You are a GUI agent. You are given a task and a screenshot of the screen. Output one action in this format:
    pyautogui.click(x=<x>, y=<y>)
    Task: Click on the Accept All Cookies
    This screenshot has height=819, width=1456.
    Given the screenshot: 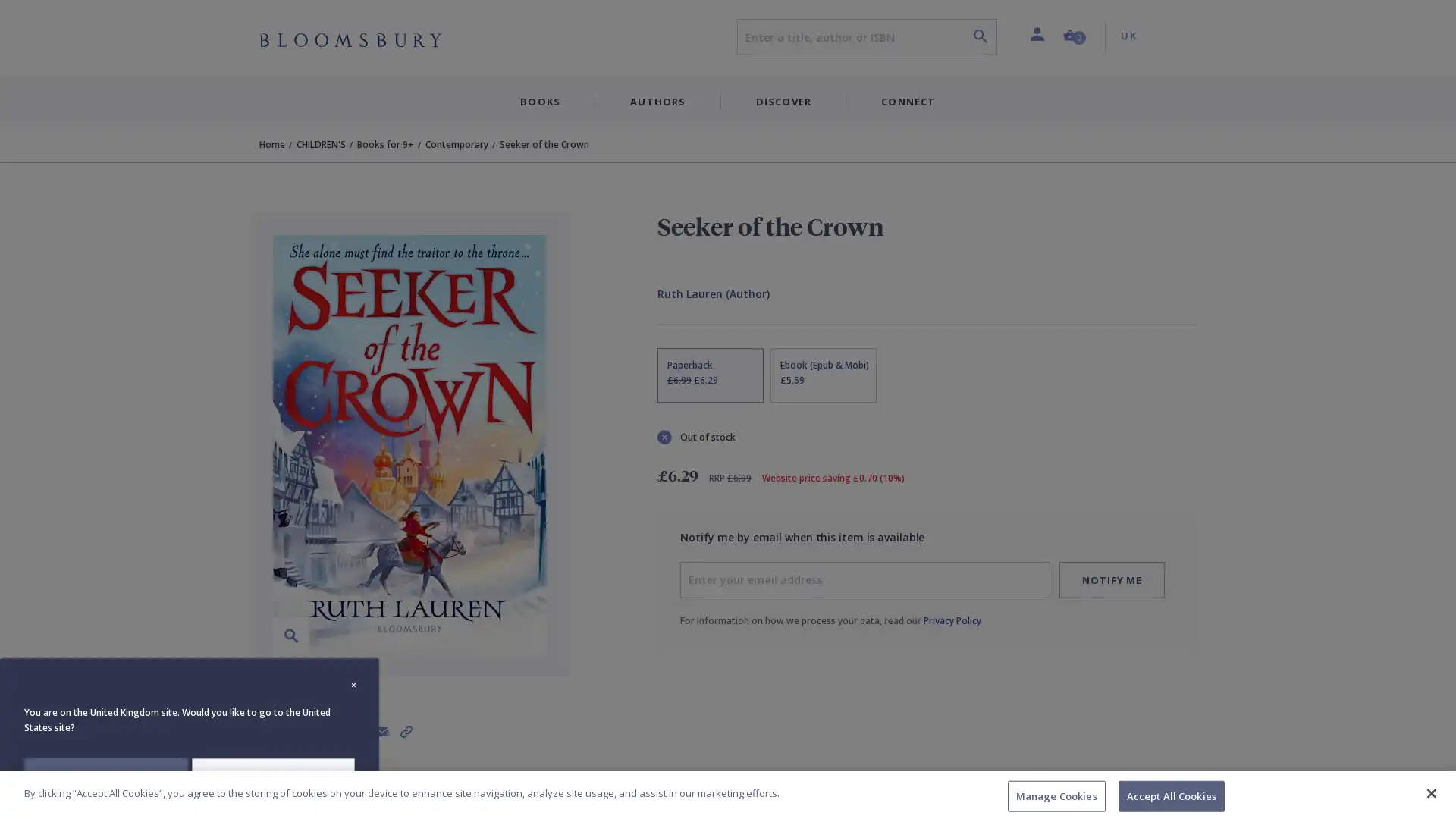 What is the action you would take?
    pyautogui.click(x=1170, y=795)
    